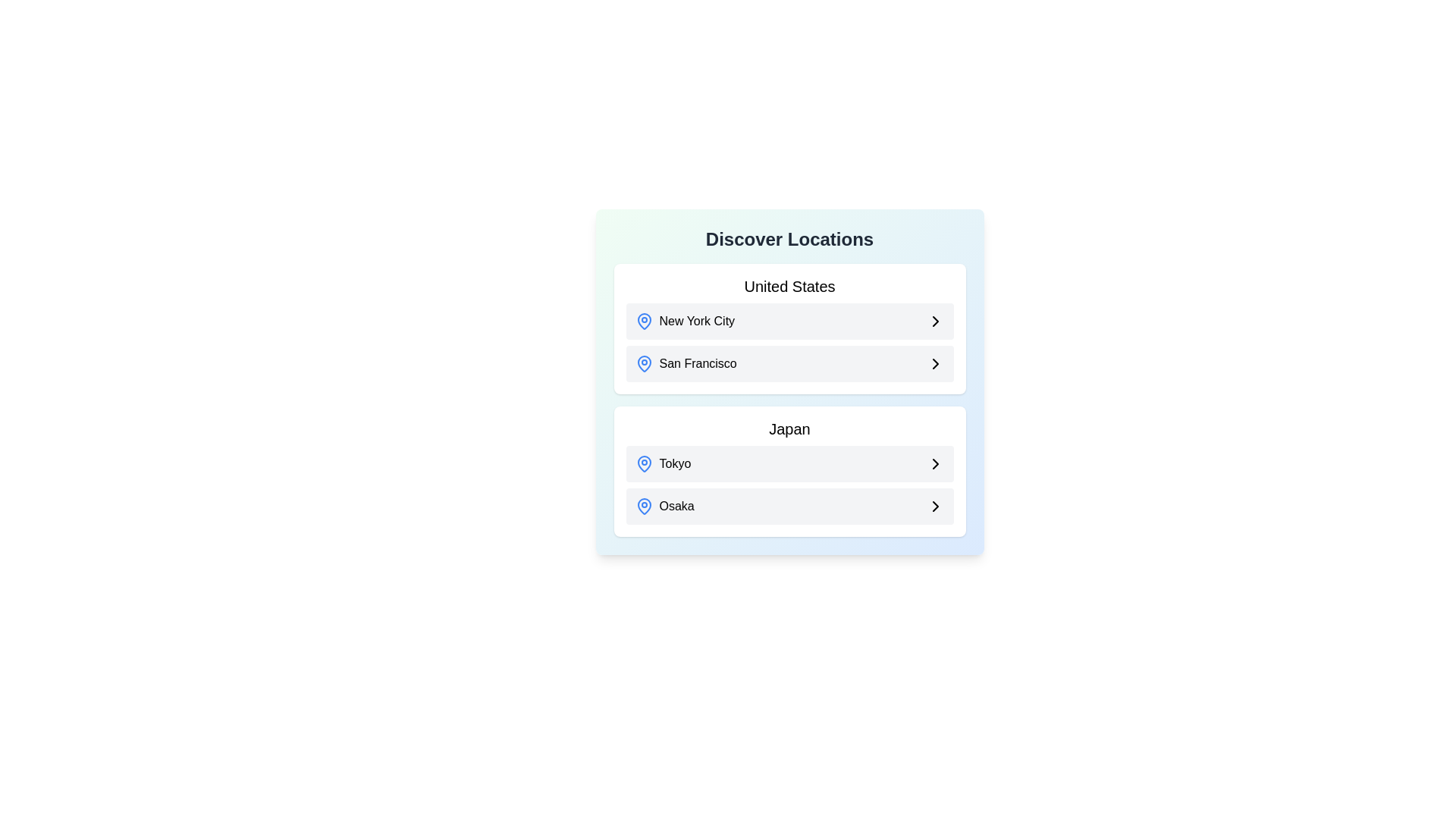 Image resolution: width=1456 pixels, height=819 pixels. What do you see at coordinates (934, 463) in the screenshot?
I see `the dark rightward-pointing chevron arrow icon located to the right of the 'Tokyo' label` at bounding box center [934, 463].